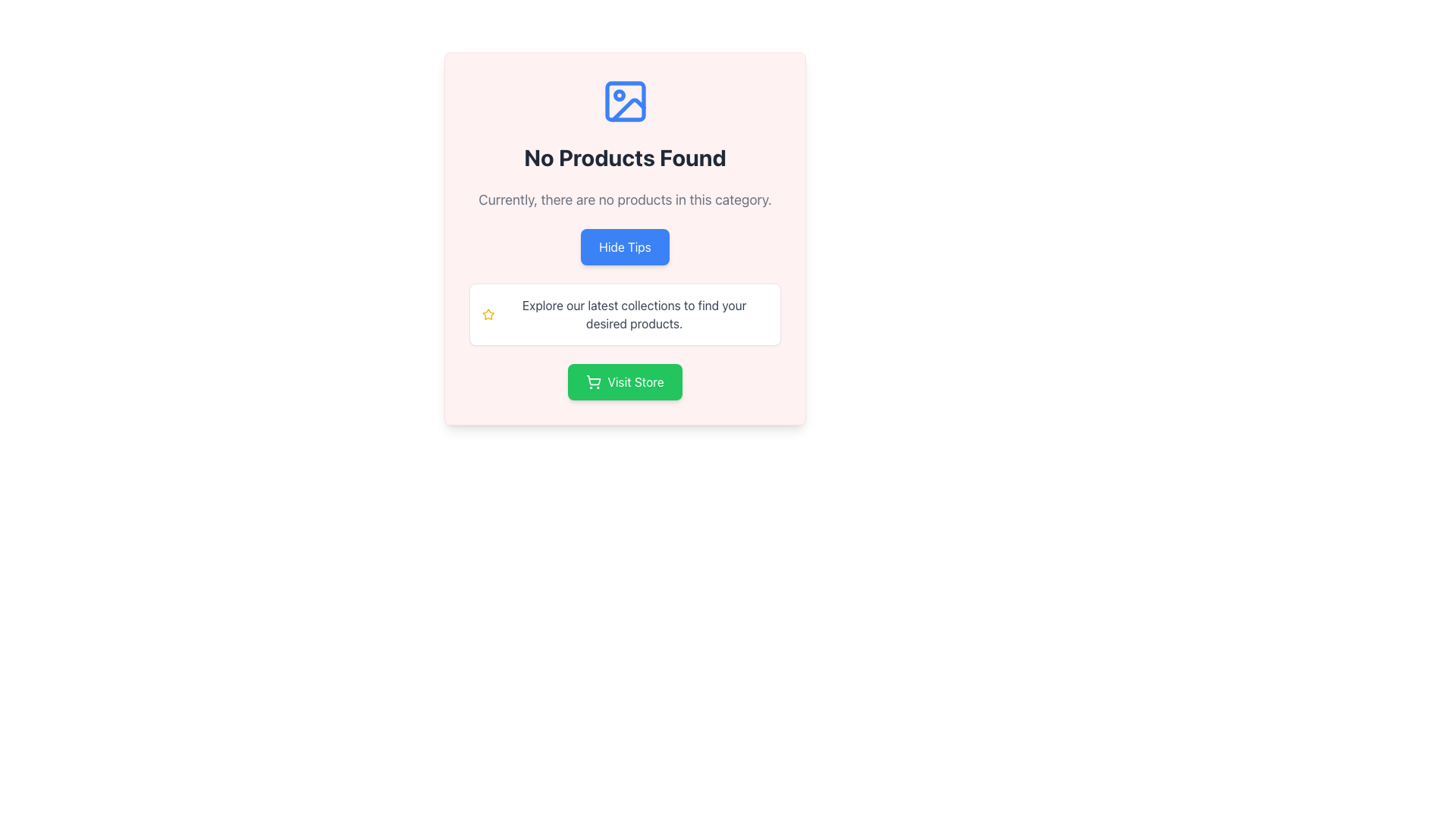  Describe the element at coordinates (619, 96) in the screenshot. I see `the decorative circular dot located in the top-center of the interface, which is part of an illustrative icon with a light blue border depicting a mountain and sun` at that location.